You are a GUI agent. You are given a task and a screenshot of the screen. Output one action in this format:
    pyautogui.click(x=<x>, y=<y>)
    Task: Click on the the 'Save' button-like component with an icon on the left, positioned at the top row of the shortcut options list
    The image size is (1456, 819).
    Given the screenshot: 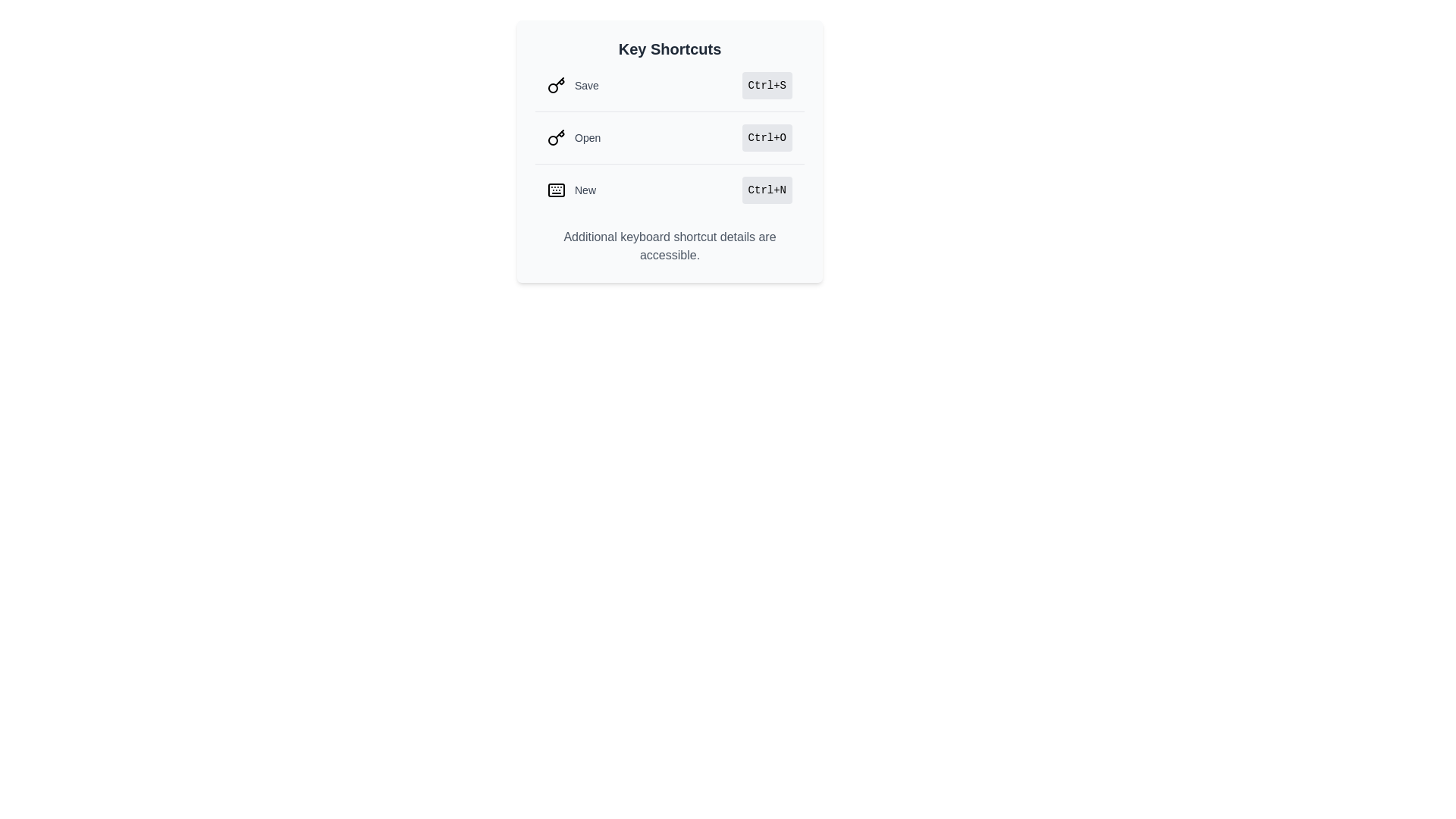 What is the action you would take?
    pyautogui.click(x=572, y=85)
    